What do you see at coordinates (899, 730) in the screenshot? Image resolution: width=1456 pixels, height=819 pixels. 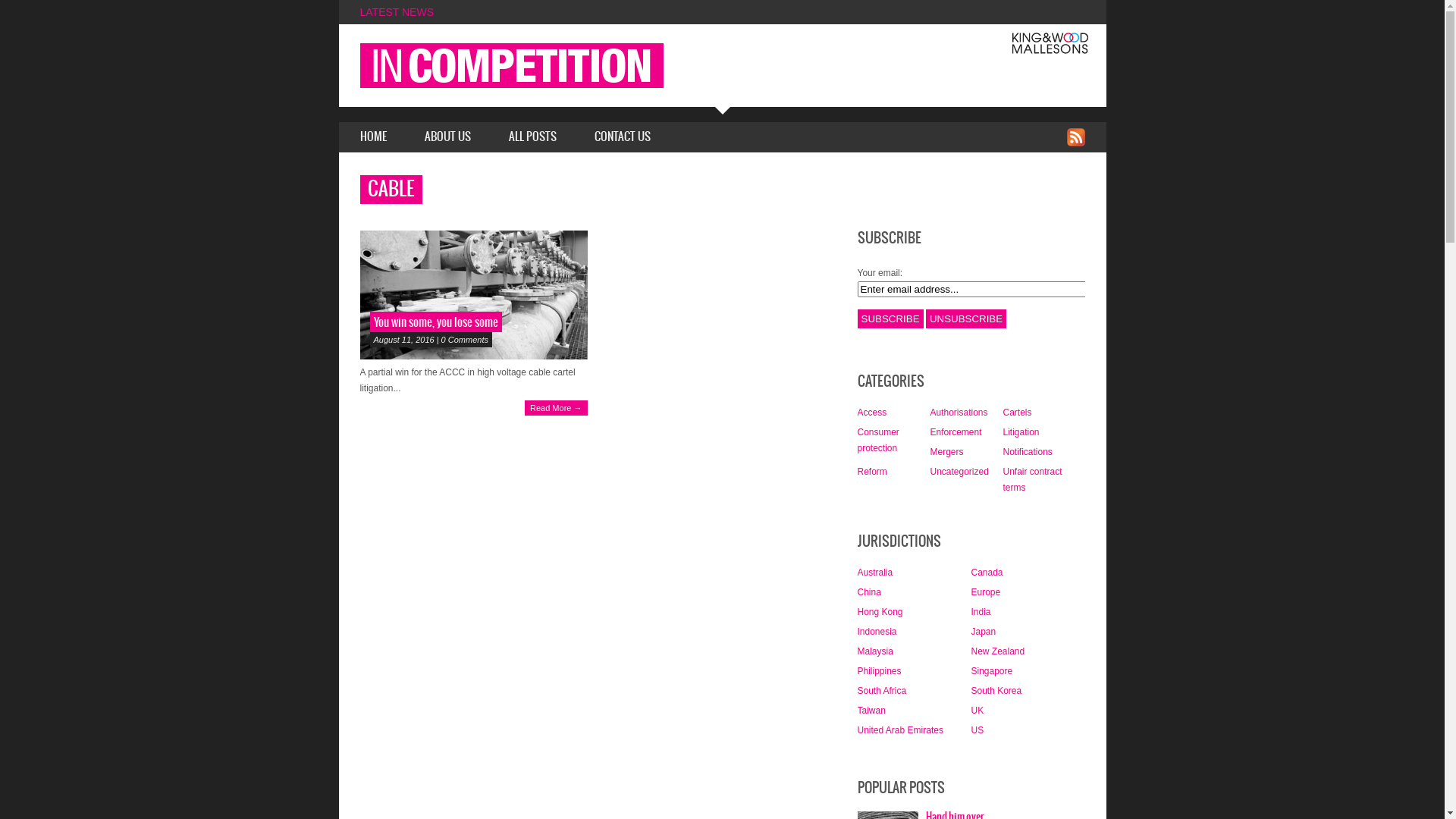 I see `'United Arab Emirates'` at bounding box center [899, 730].